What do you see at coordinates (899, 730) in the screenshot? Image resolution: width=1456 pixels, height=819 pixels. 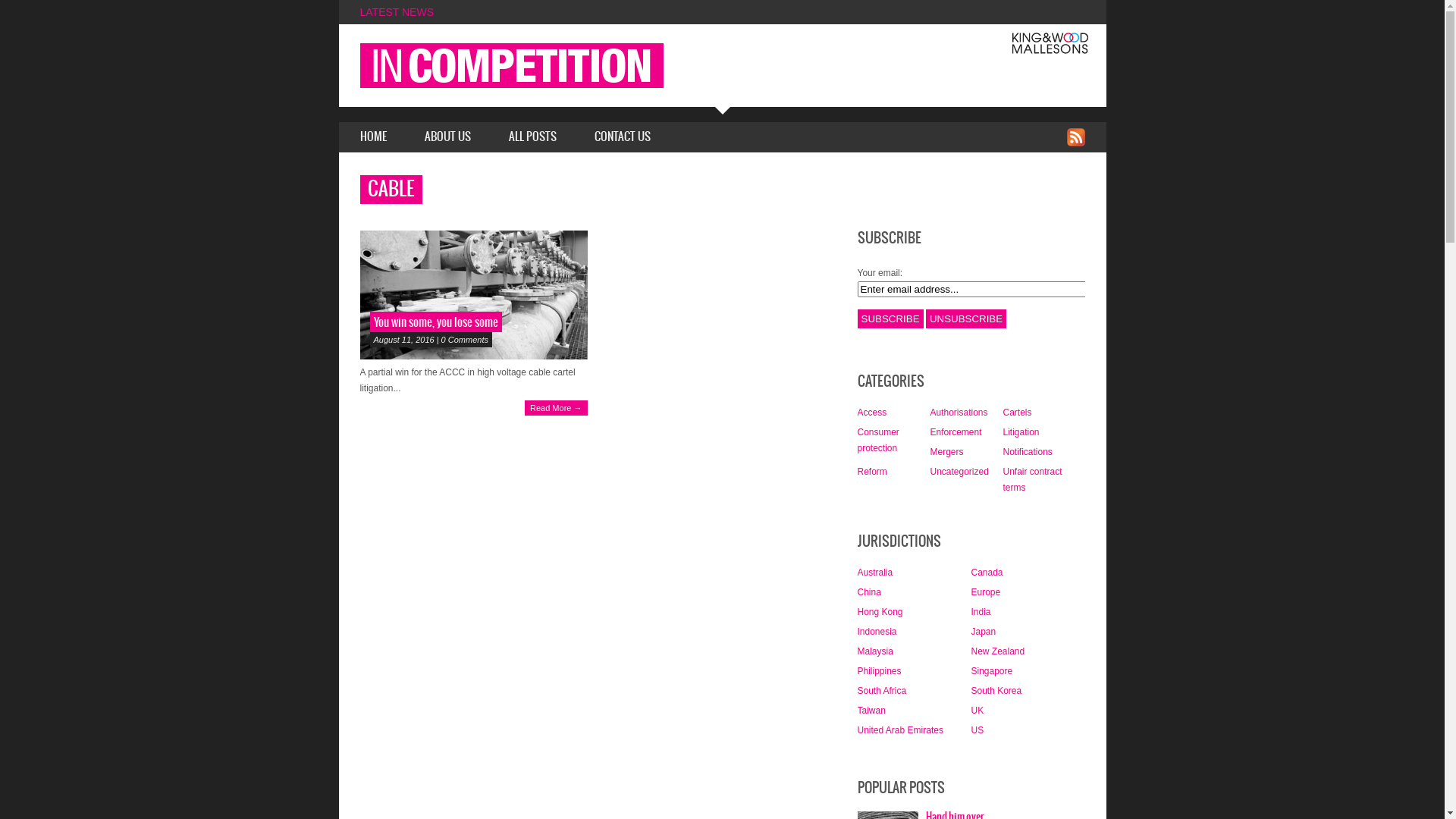 I see `'United Arab Emirates'` at bounding box center [899, 730].